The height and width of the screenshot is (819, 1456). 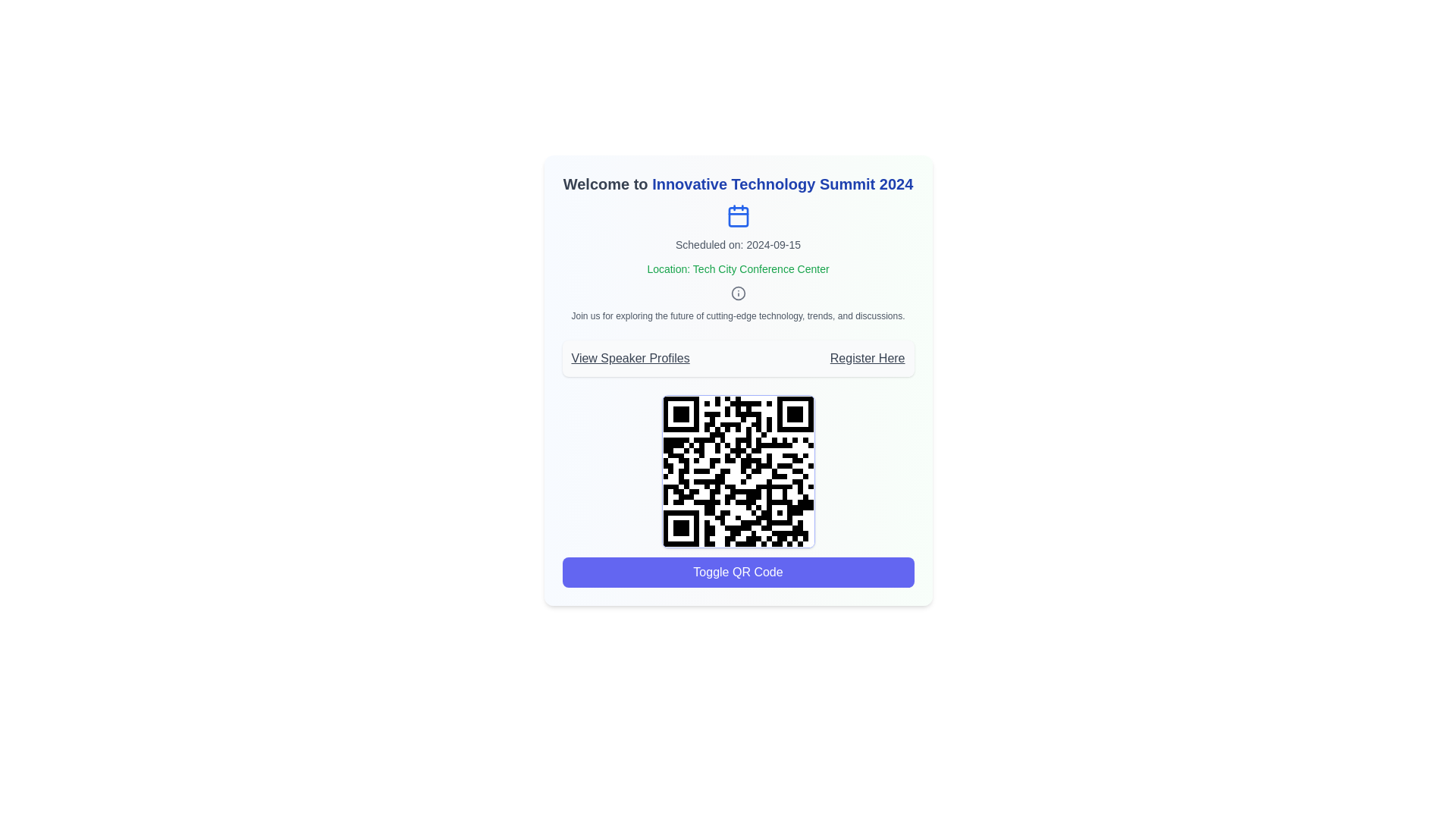 What do you see at coordinates (738, 216) in the screenshot?
I see `calendar icon located directly below the title 'Welcome to Innovative Technology Summit 2024' and above the text 'Scheduled on: 2024-09-15'` at bounding box center [738, 216].